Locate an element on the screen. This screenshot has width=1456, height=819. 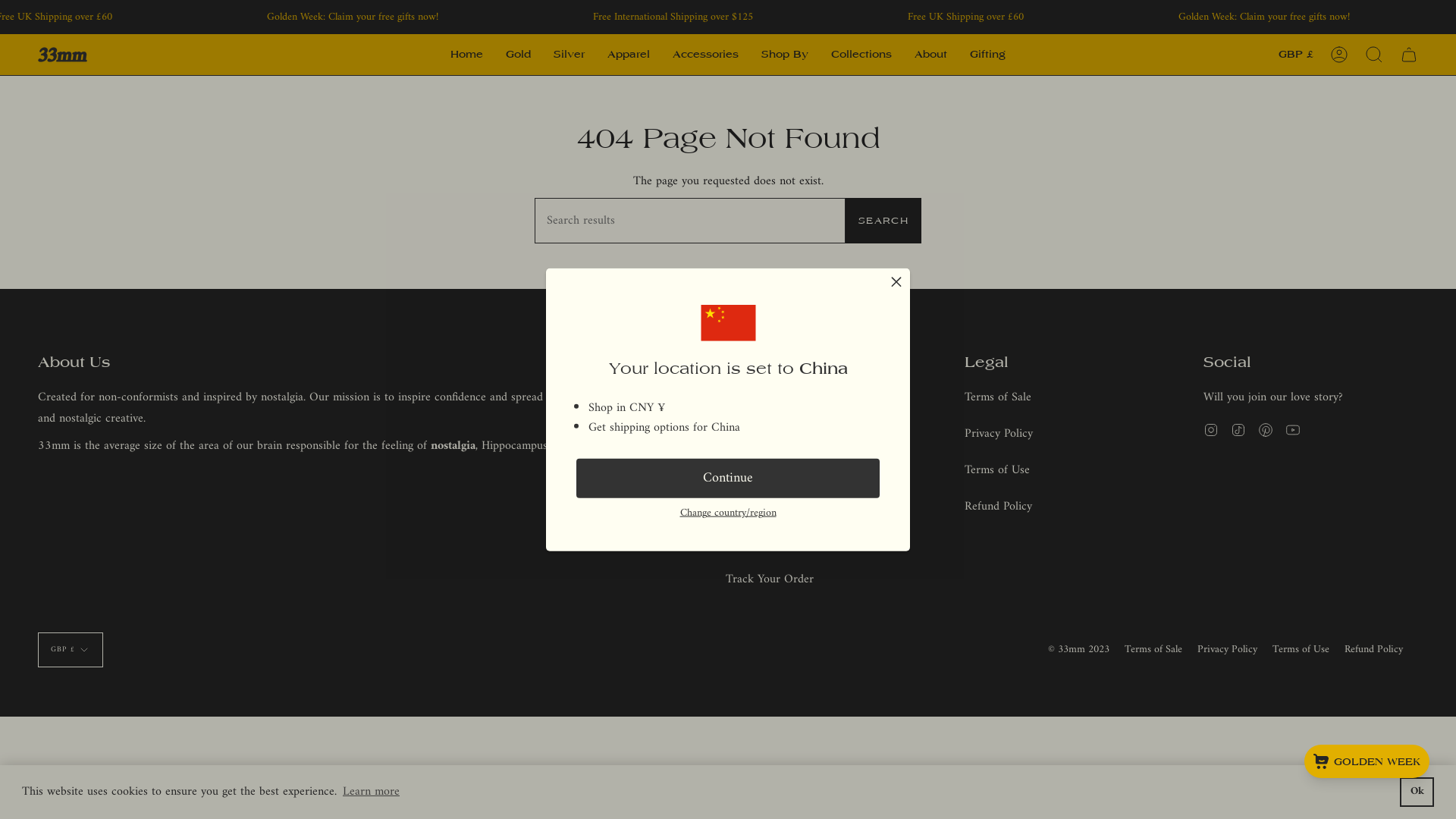
'Silver' is located at coordinates (568, 54).